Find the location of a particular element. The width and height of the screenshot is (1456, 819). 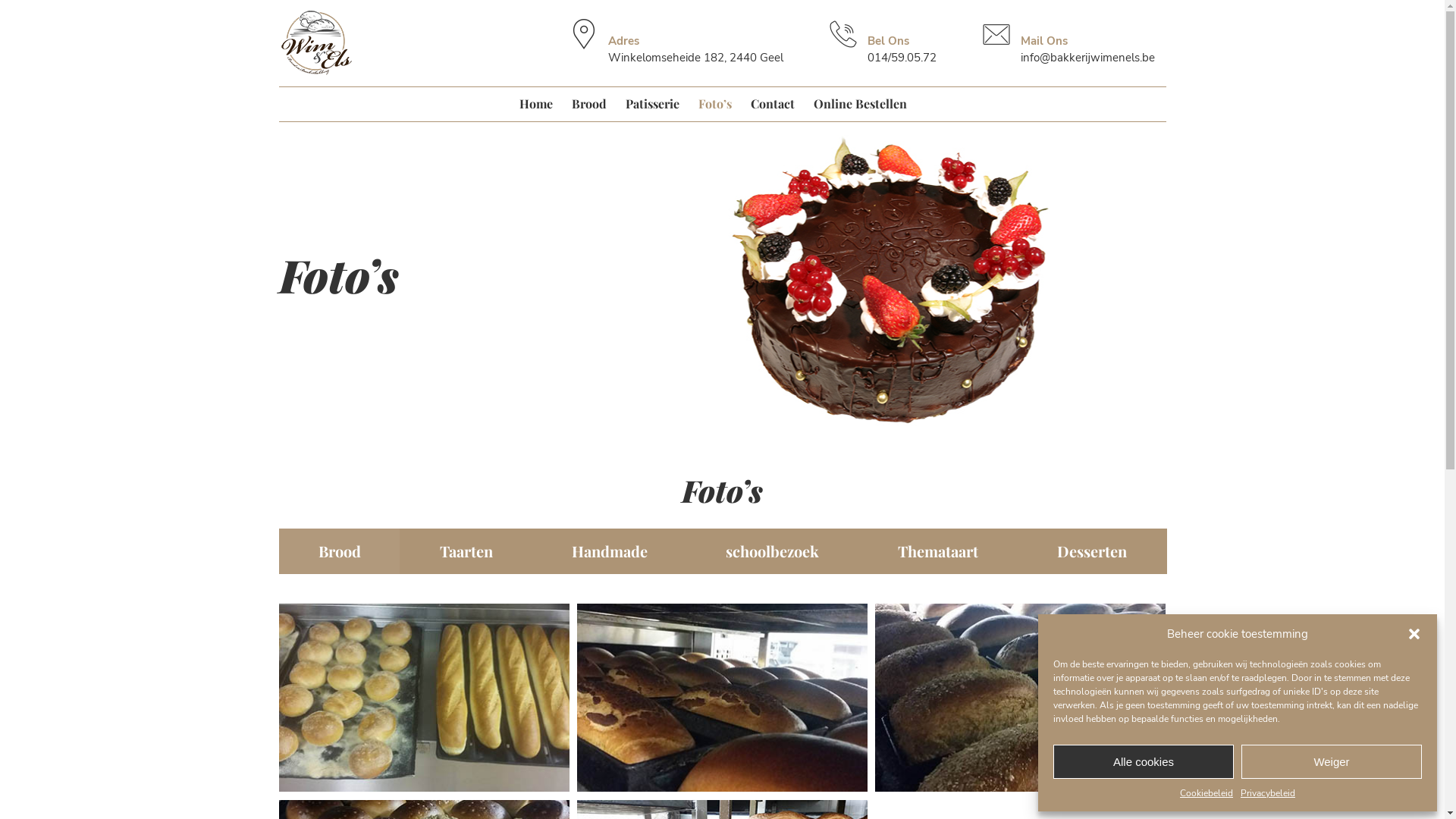

'Handmade' is located at coordinates (609, 550).